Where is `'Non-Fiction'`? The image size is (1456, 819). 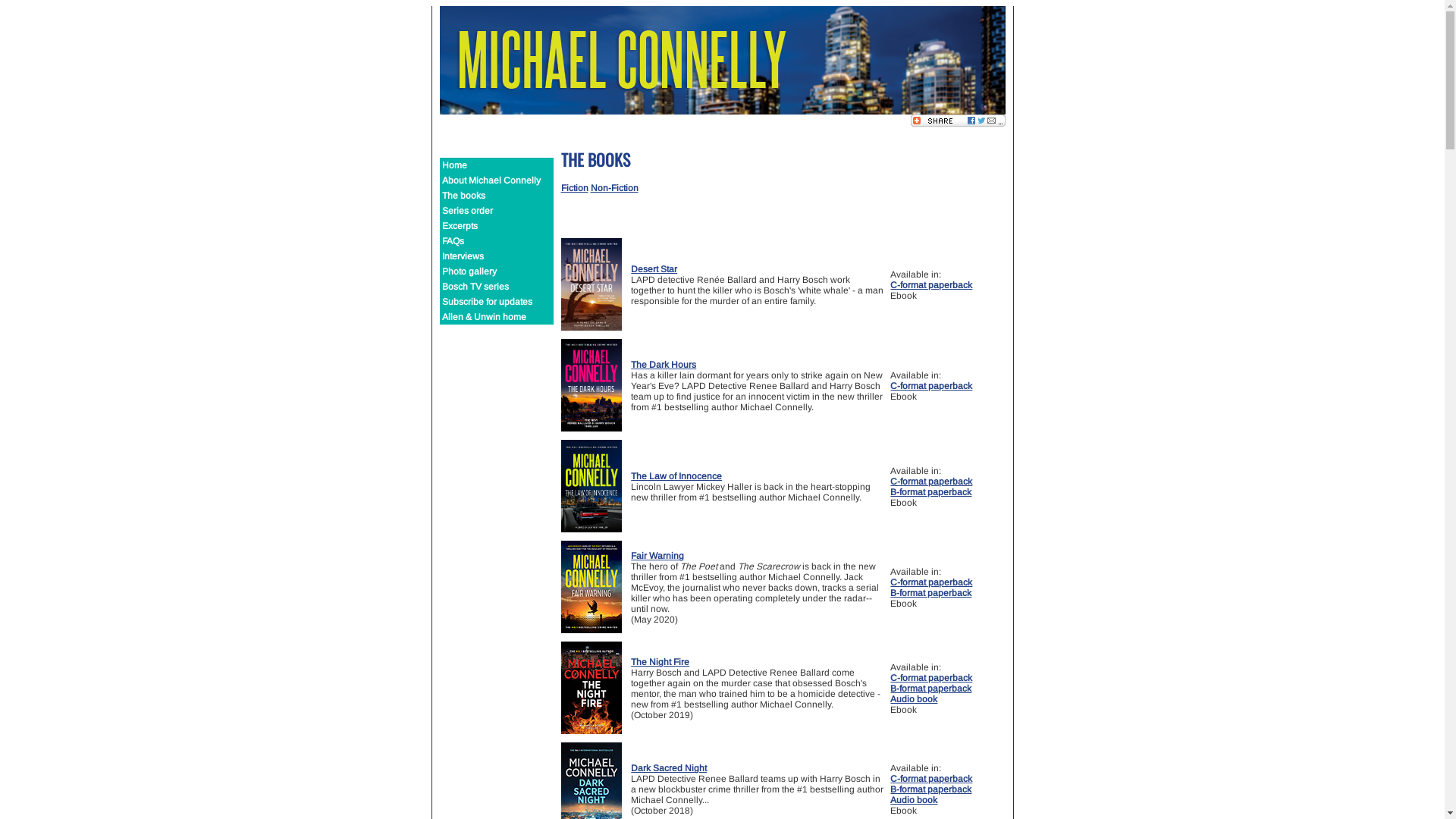
'Non-Fiction' is located at coordinates (588, 187).